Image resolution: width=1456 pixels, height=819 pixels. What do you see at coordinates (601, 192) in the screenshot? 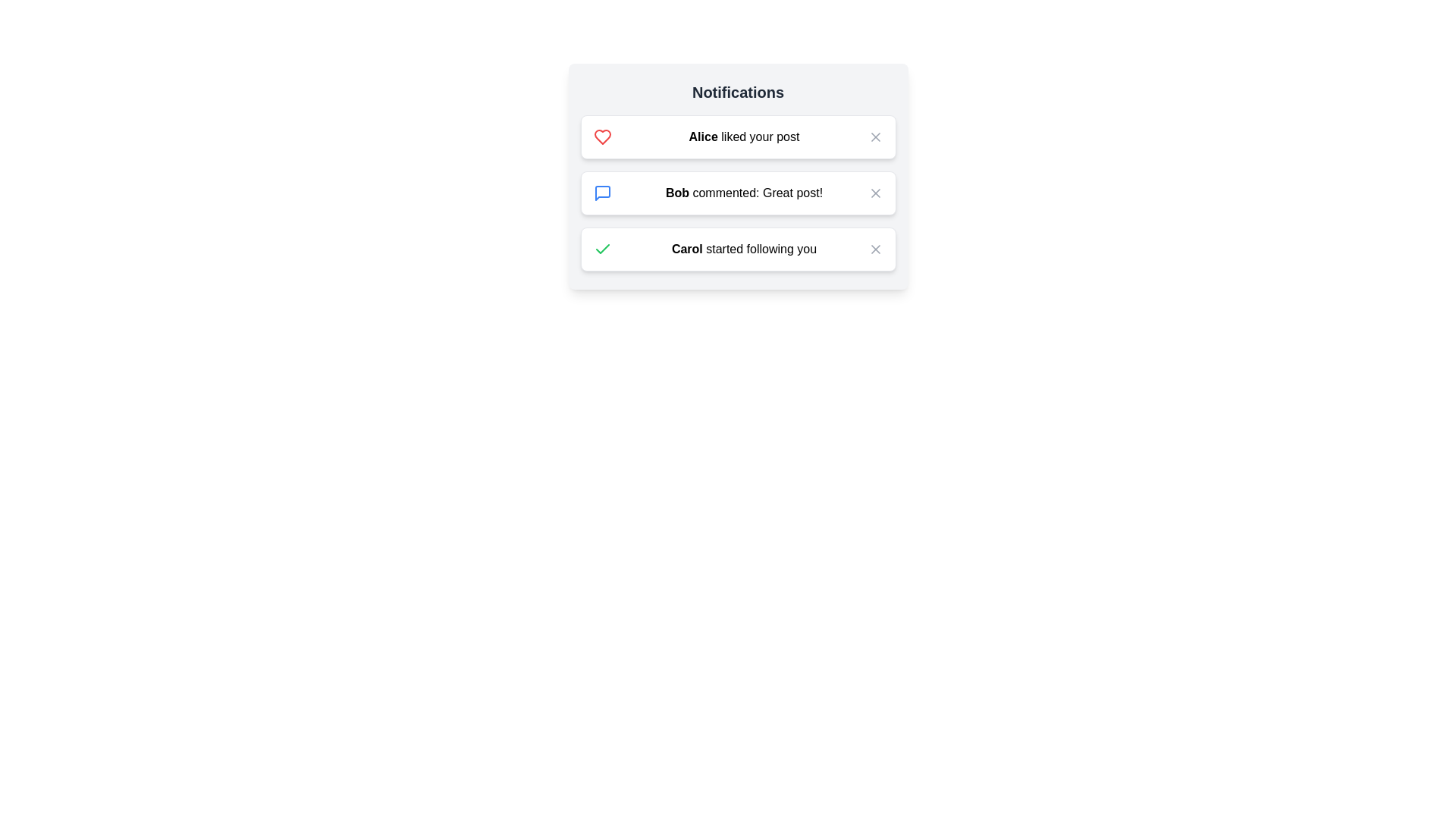
I see `the message bubble icon located in the notification panel, which is styled in blue and positioned to the left of the text 'Bob commented: Great post!'` at bounding box center [601, 192].